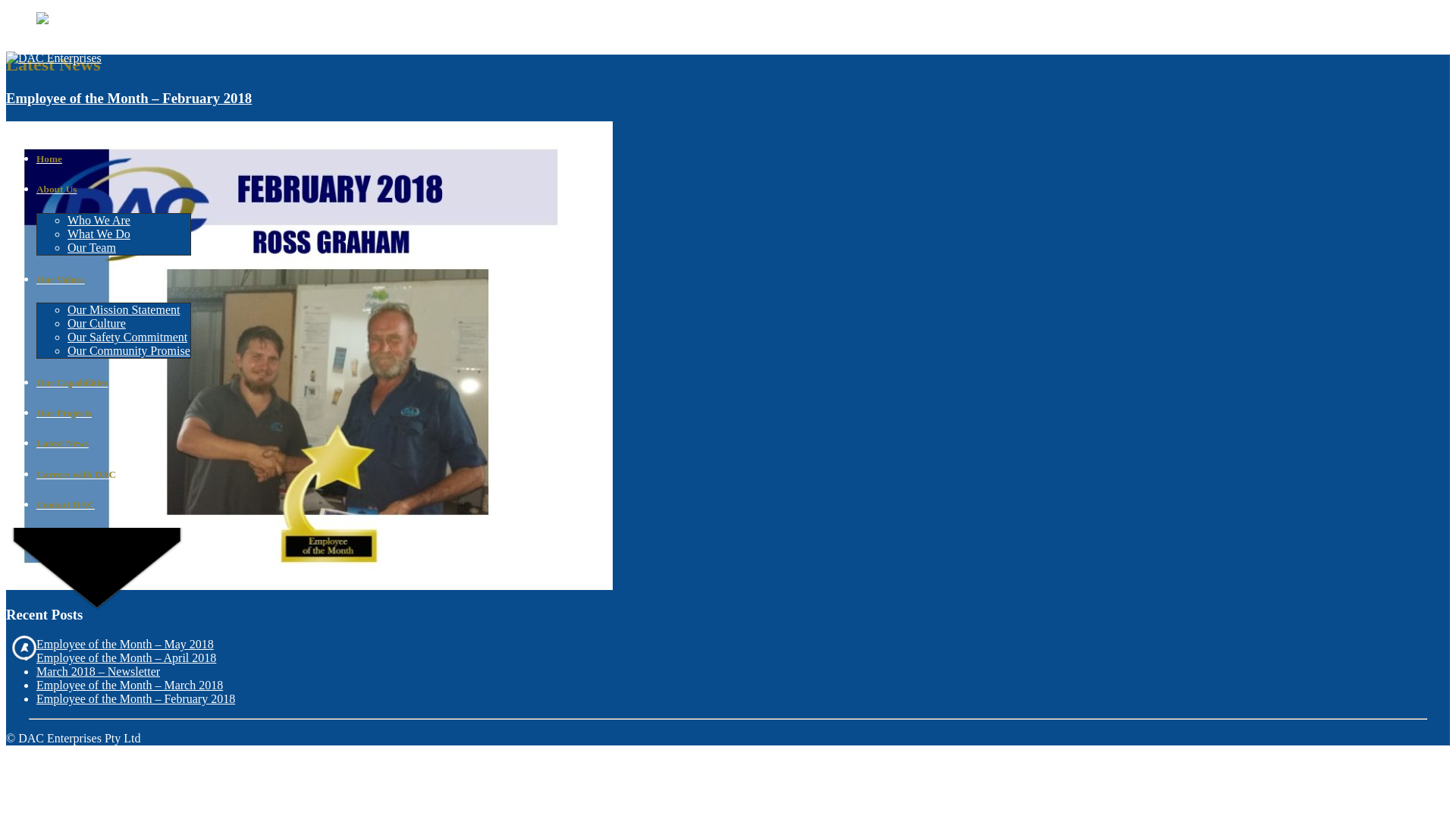 Image resolution: width=1456 pixels, height=819 pixels. Describe the element at coordinates (24, 647) in the screenshot. I see `'Hide the navigation'` at that location.